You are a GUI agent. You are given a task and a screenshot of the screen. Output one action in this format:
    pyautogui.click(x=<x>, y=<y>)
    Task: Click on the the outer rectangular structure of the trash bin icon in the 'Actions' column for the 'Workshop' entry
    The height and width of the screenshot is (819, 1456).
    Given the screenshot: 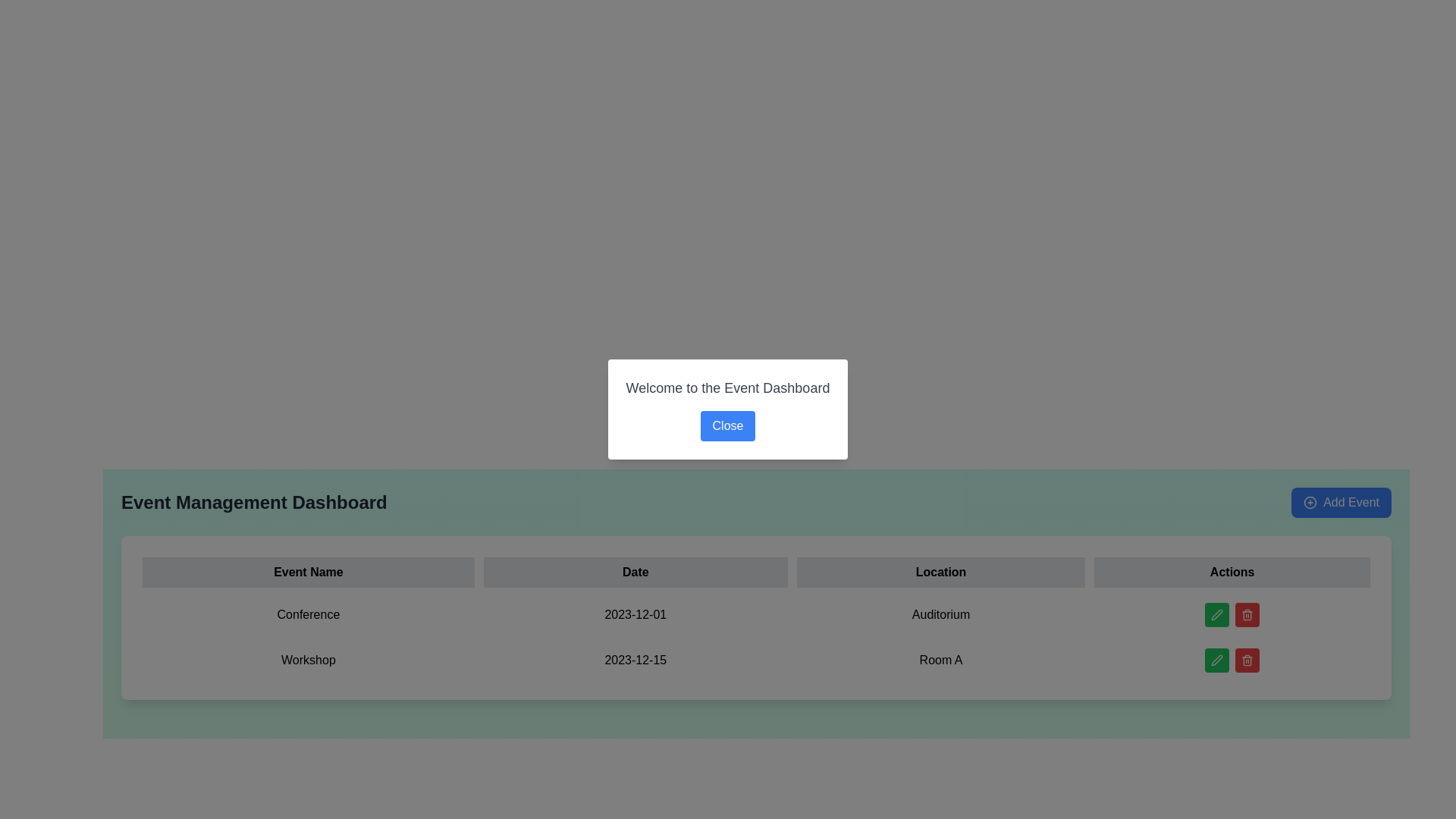 What is the action you would take?
    pyautogui.click(x=1247, y=661)
    